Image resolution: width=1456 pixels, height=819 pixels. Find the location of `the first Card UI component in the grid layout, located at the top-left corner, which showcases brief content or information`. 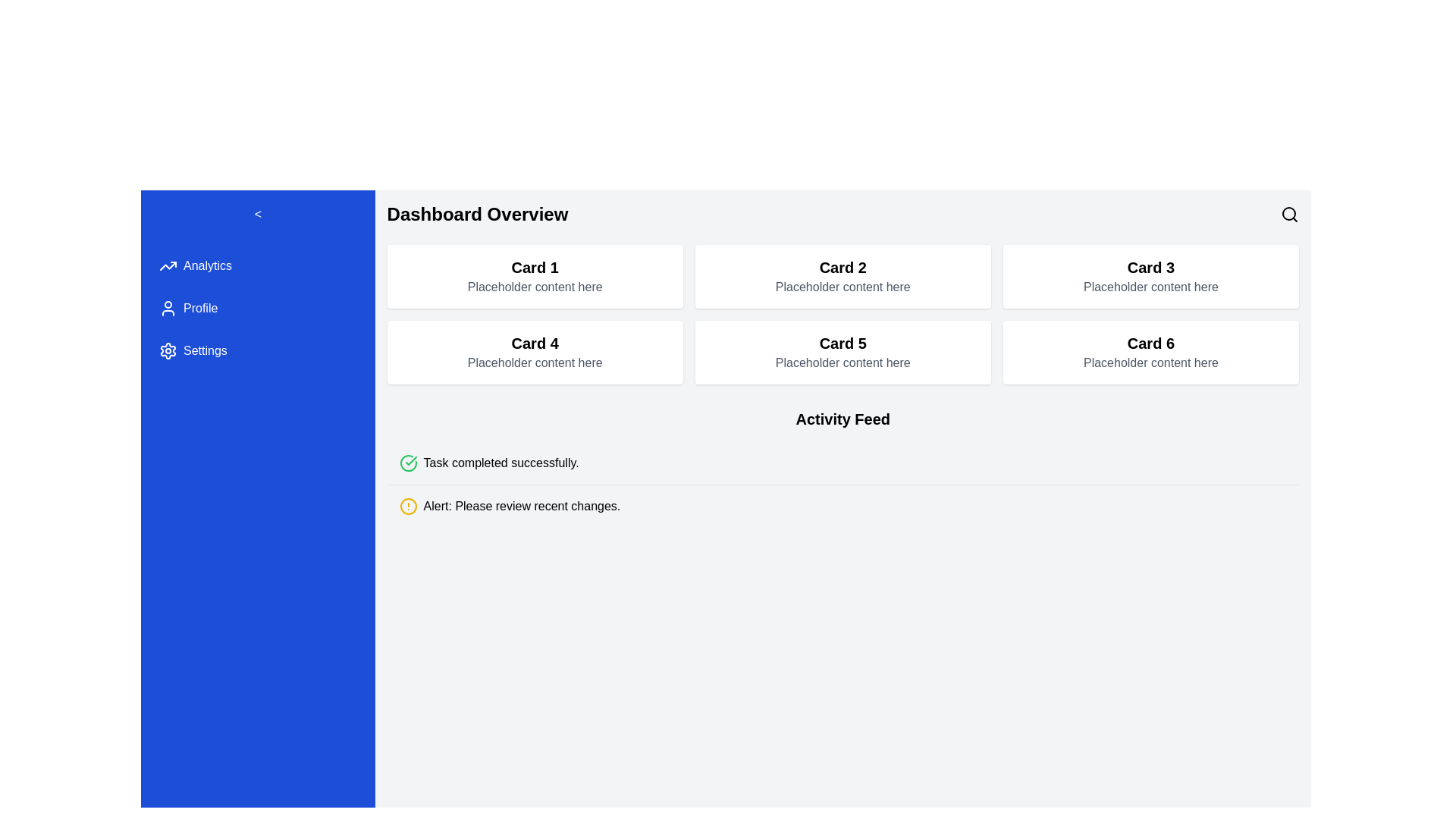

the first Card UI component in the grid layout, located at the top-left corner, which showcases brief content or information is located at coordinates (535, 277).